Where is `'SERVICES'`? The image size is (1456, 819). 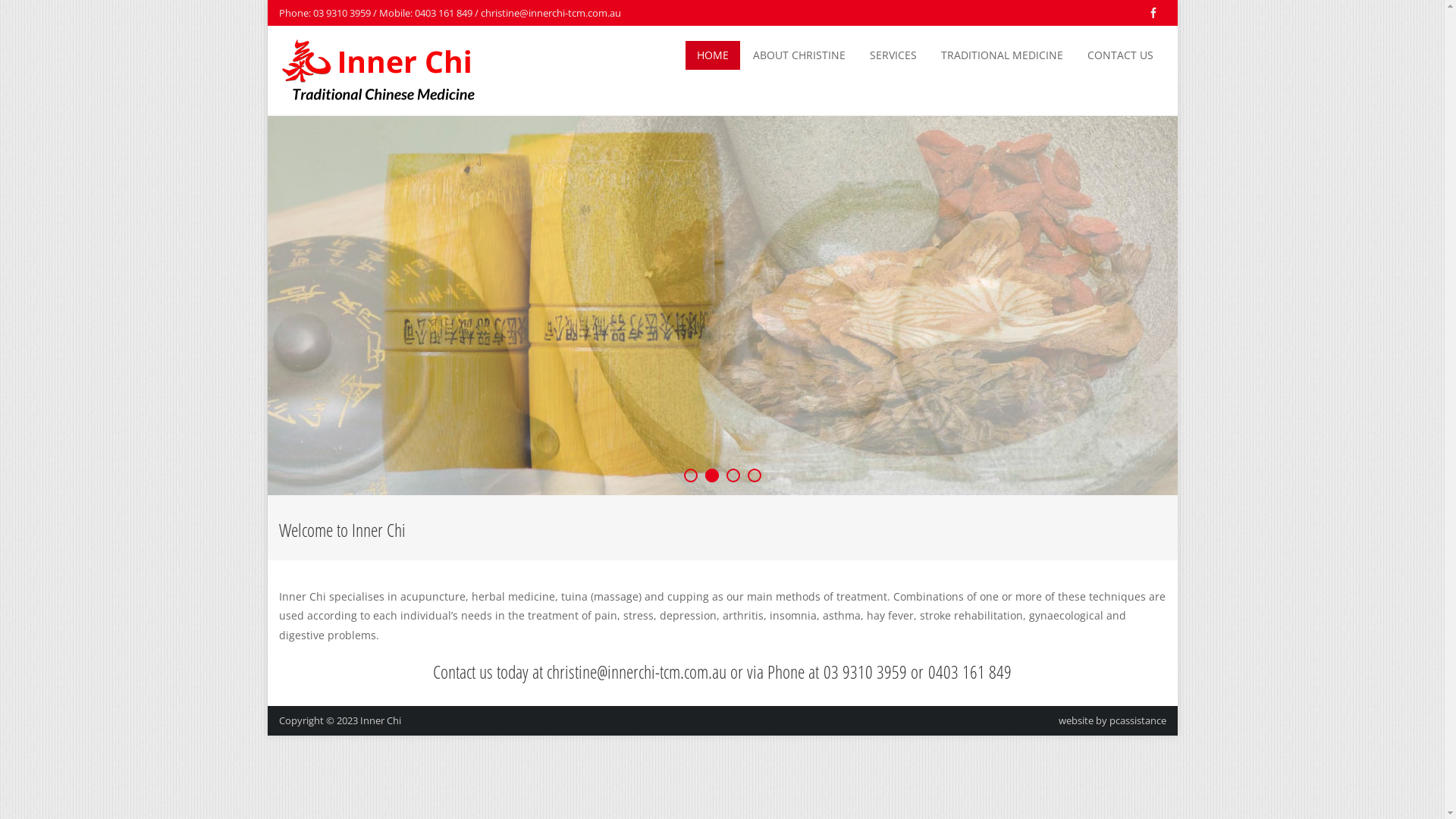
'SERVICES' is located at coordinates (893, 55).